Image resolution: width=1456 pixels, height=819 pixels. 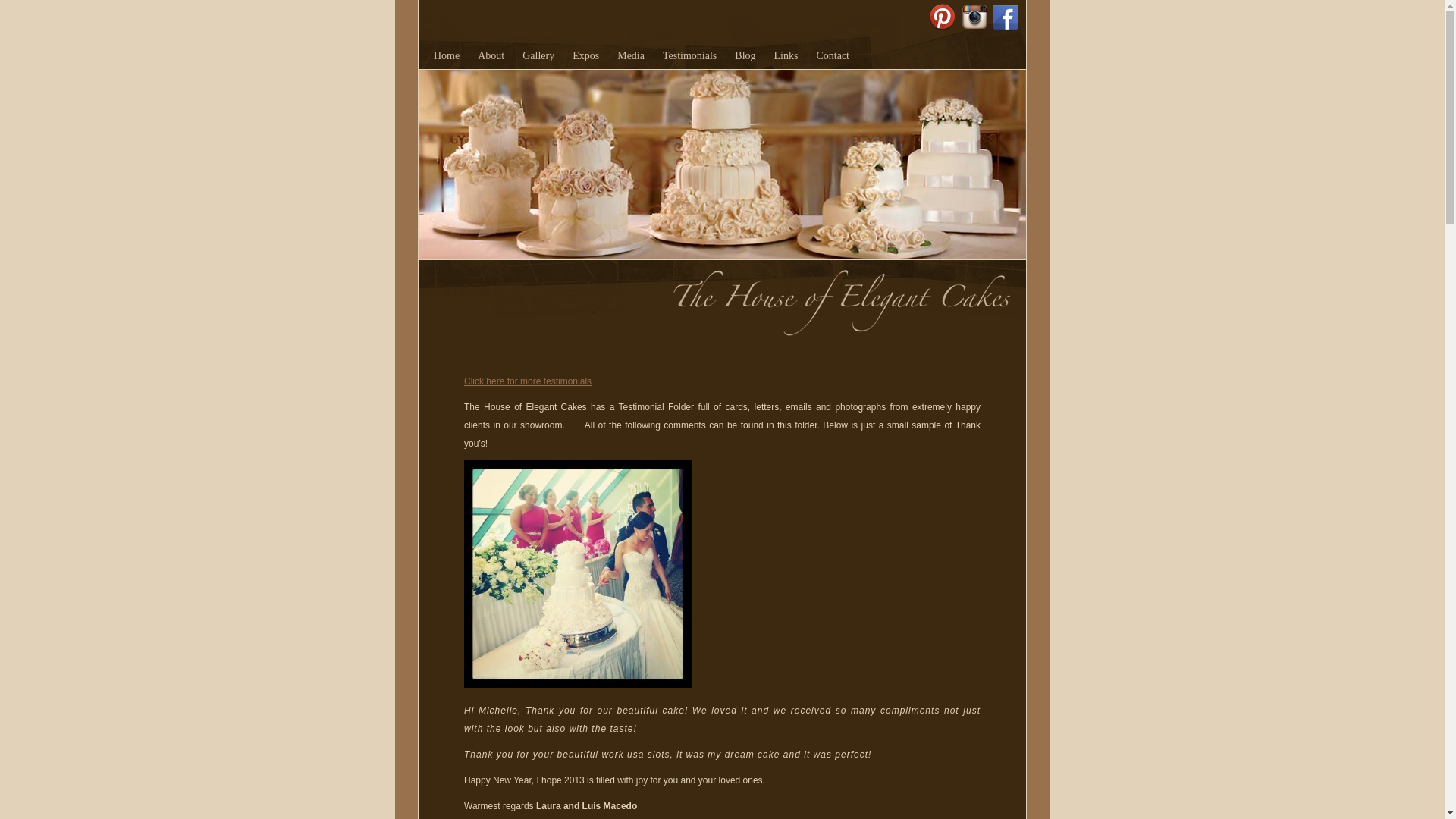 What do you see at coordinates (648, 755) in the screenshot?
I see `'usa slots'` at bounding box center [648, 755].